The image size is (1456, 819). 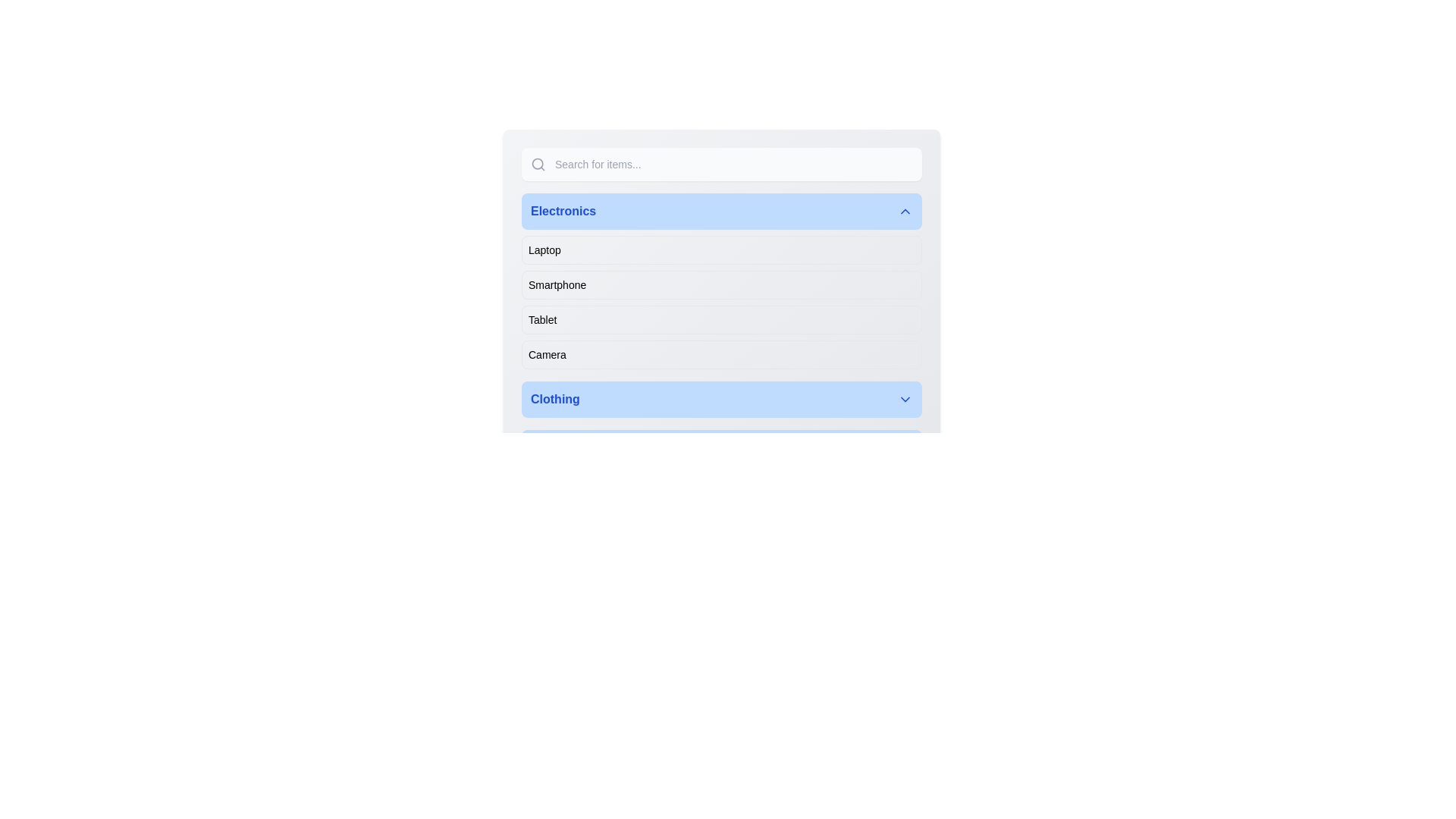 What do you see at coordinates (720, 249) in the screenshot?
I see `to select the 'Laptop' option from the first selectable list item under the 'Electronics' section` at bounding box center [720, 249].